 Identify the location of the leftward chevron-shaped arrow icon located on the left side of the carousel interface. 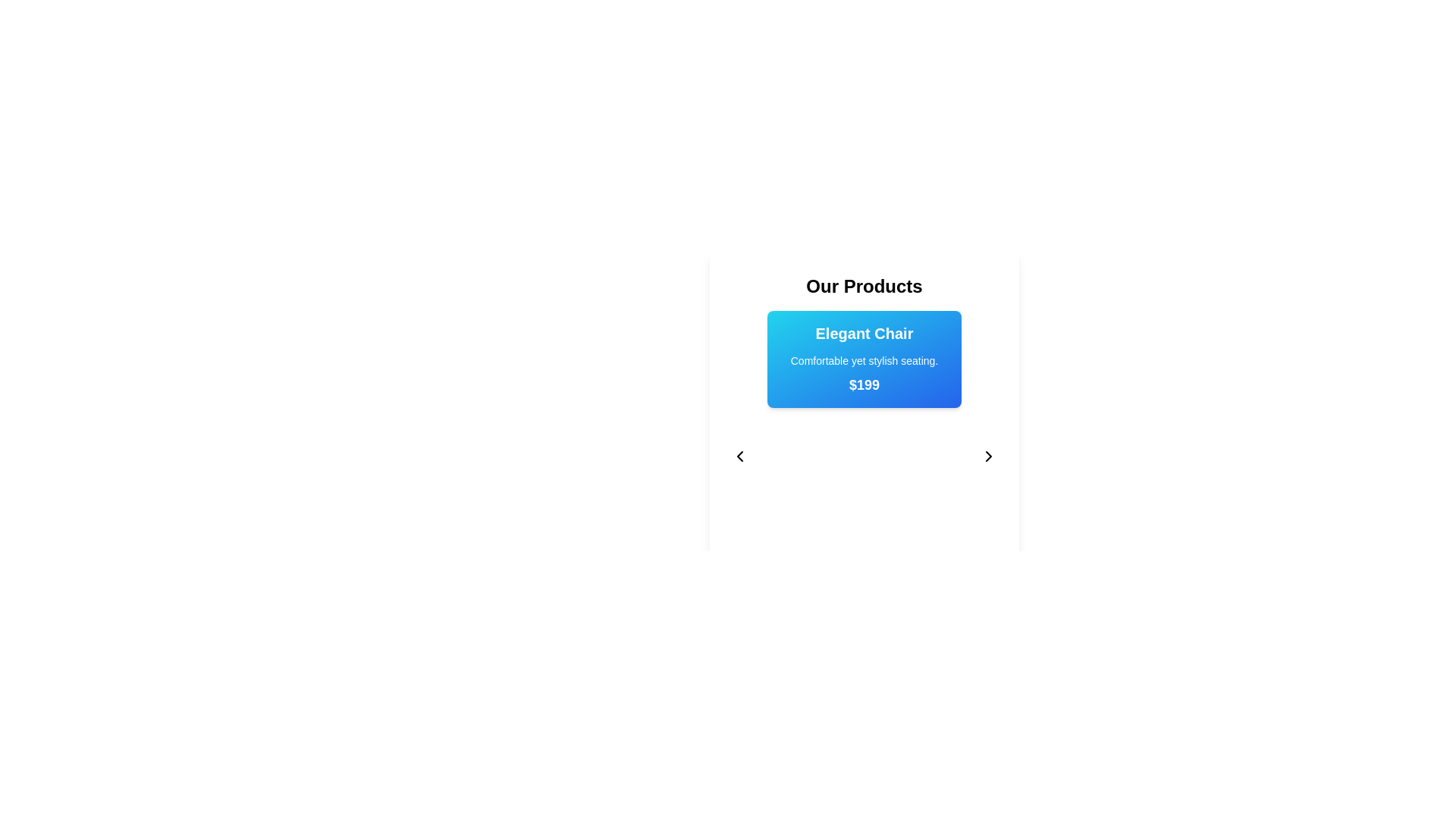
(739, 455).